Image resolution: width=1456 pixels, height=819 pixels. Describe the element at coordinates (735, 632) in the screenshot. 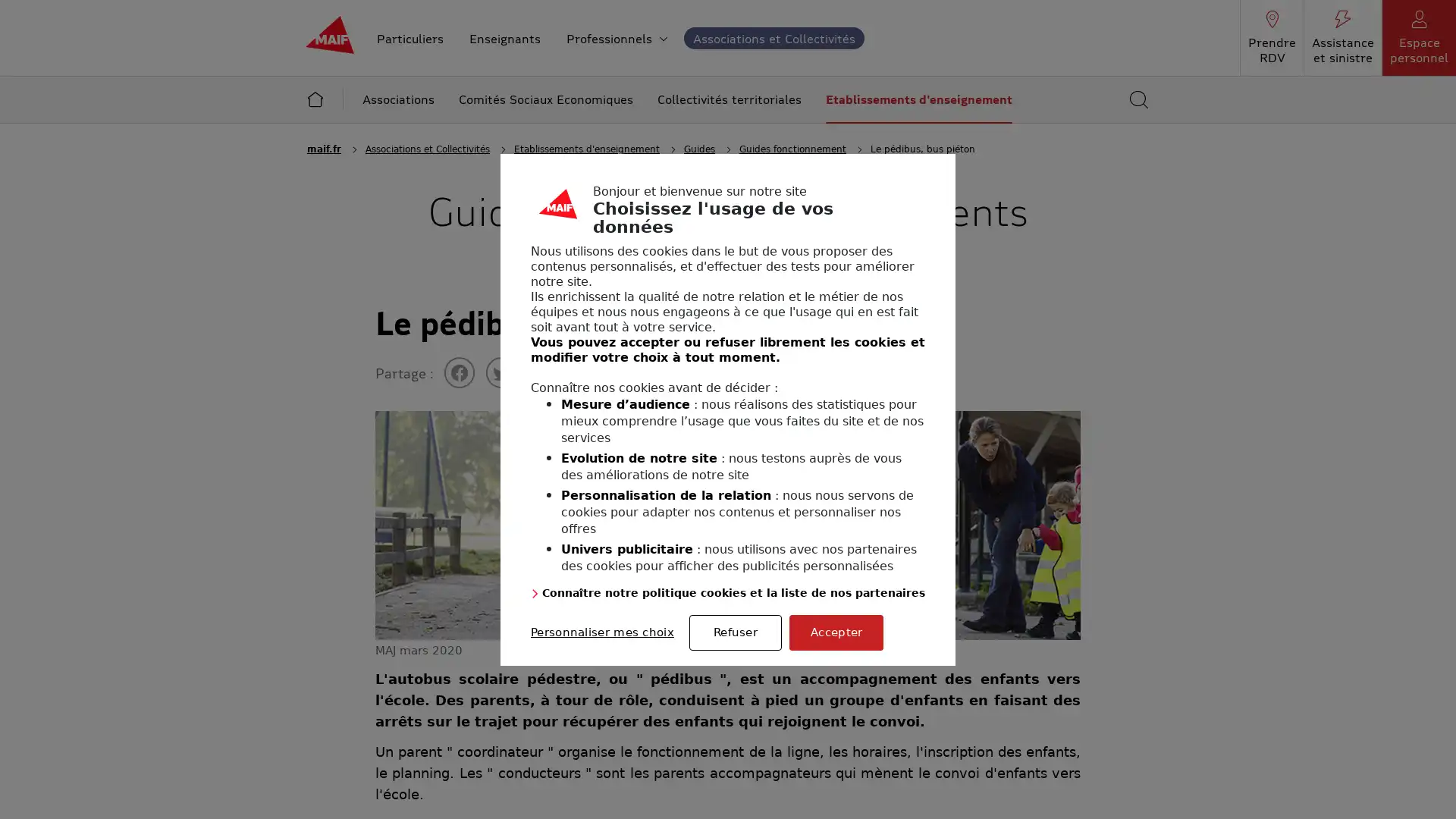

I see `Refuser` at that location.